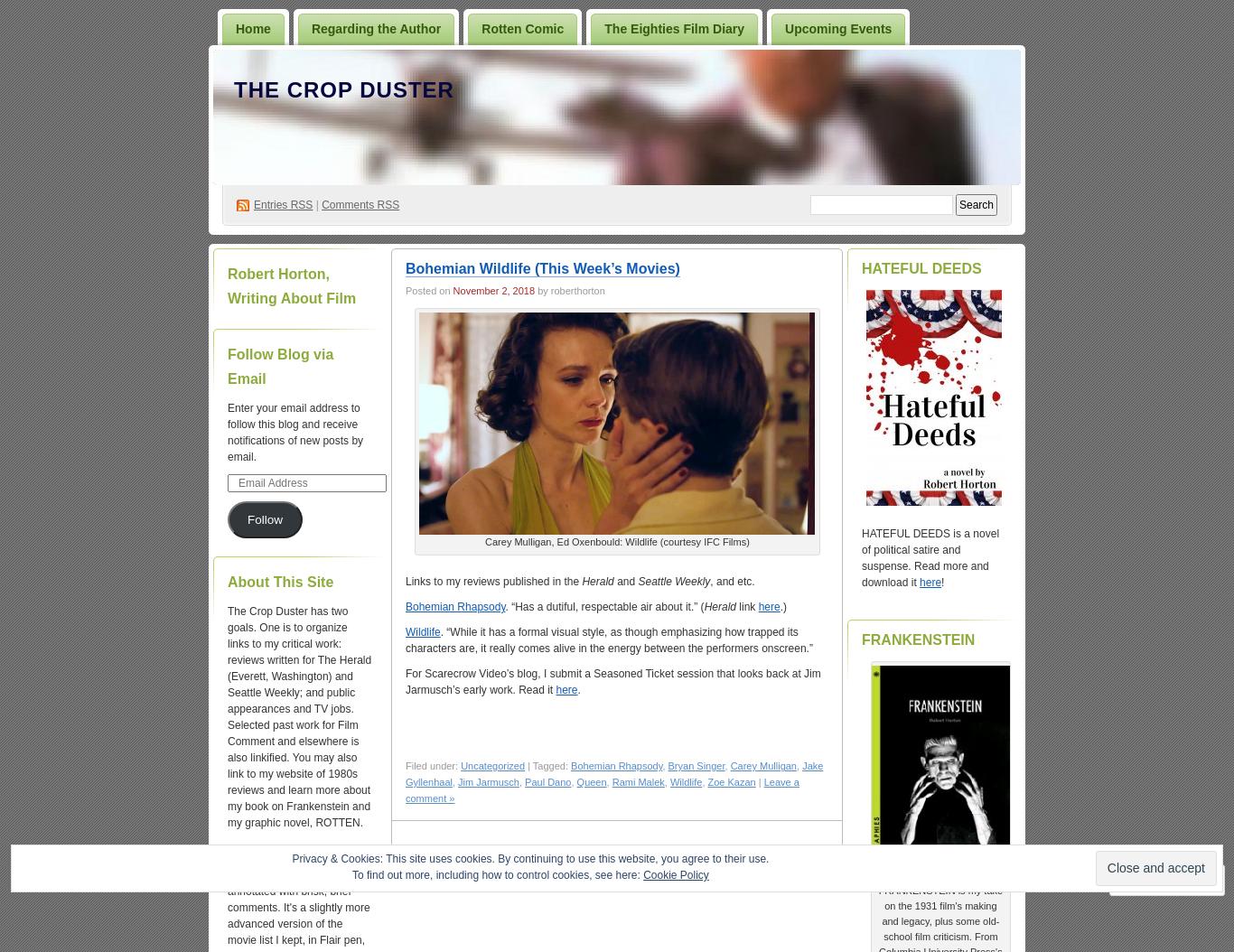 The width and height of the screenshot is (1234, 952). What do you see at coordinates (428, 290) in the screenshot?
I see `'Posted on'` at bounding box center [428, 290].